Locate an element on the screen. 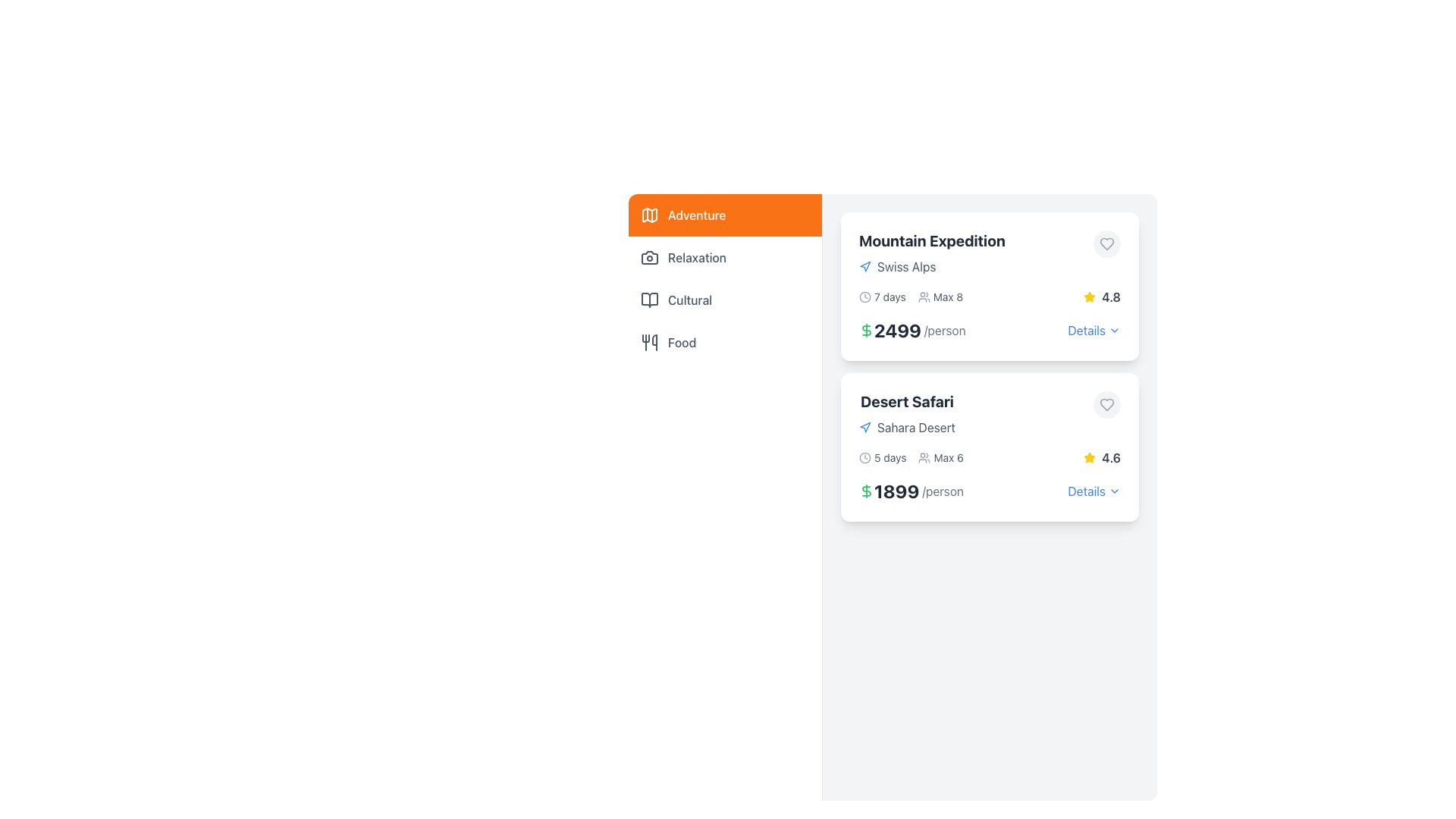  the Informational Text Block titled 'Desert Safari' which includes a smaller descriptive text 'Sahara Desert' and a navigation icon to the left is located at coordinates (907, 414).